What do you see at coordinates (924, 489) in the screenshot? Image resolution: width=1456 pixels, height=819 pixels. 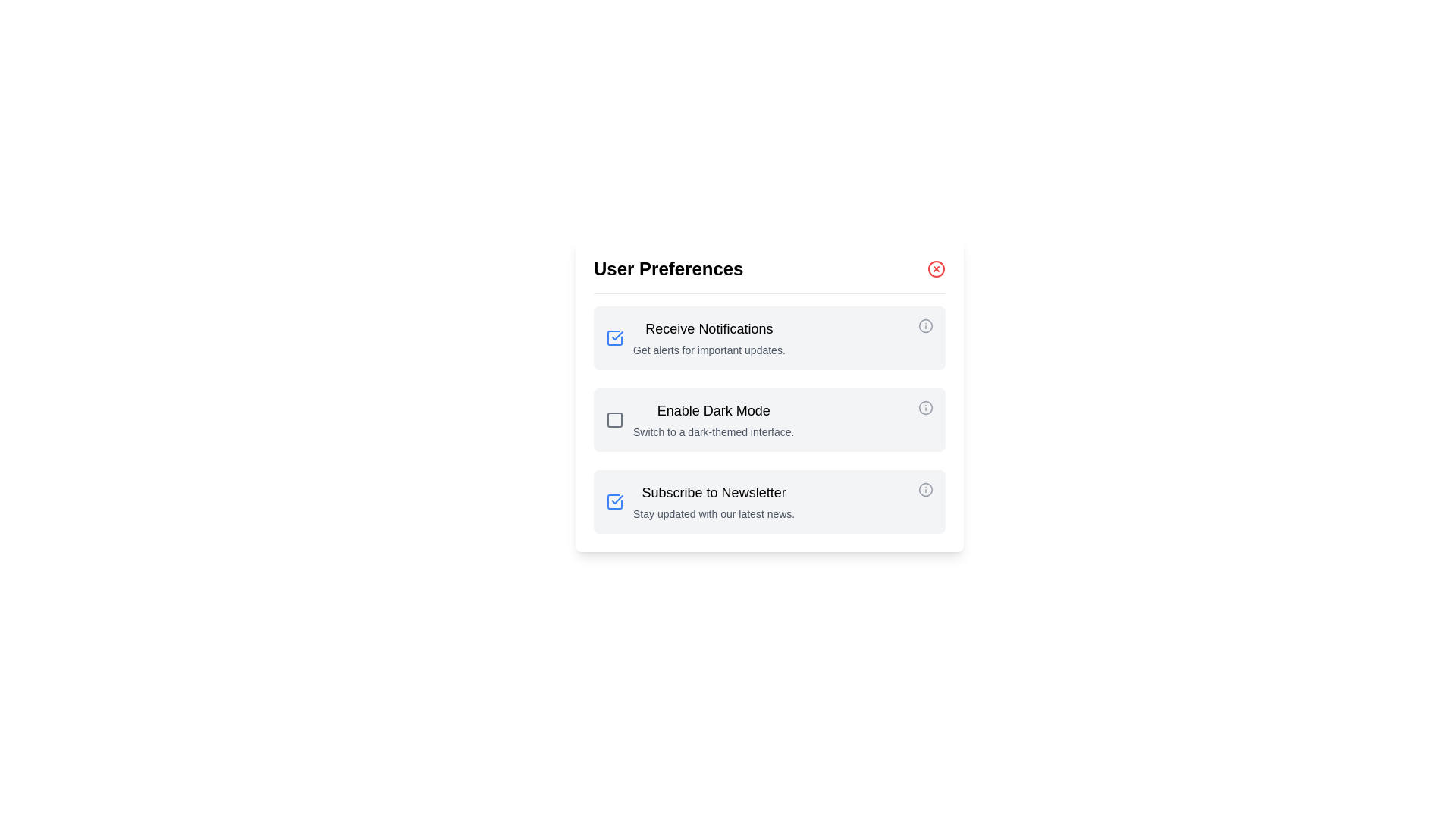 I see `the circular Informational Icon located at the rightmost side of the last row in a vertically stacked list of toggleable options, near the 'Subscribe to Newsletter' text` at bounding box center [924, 489].